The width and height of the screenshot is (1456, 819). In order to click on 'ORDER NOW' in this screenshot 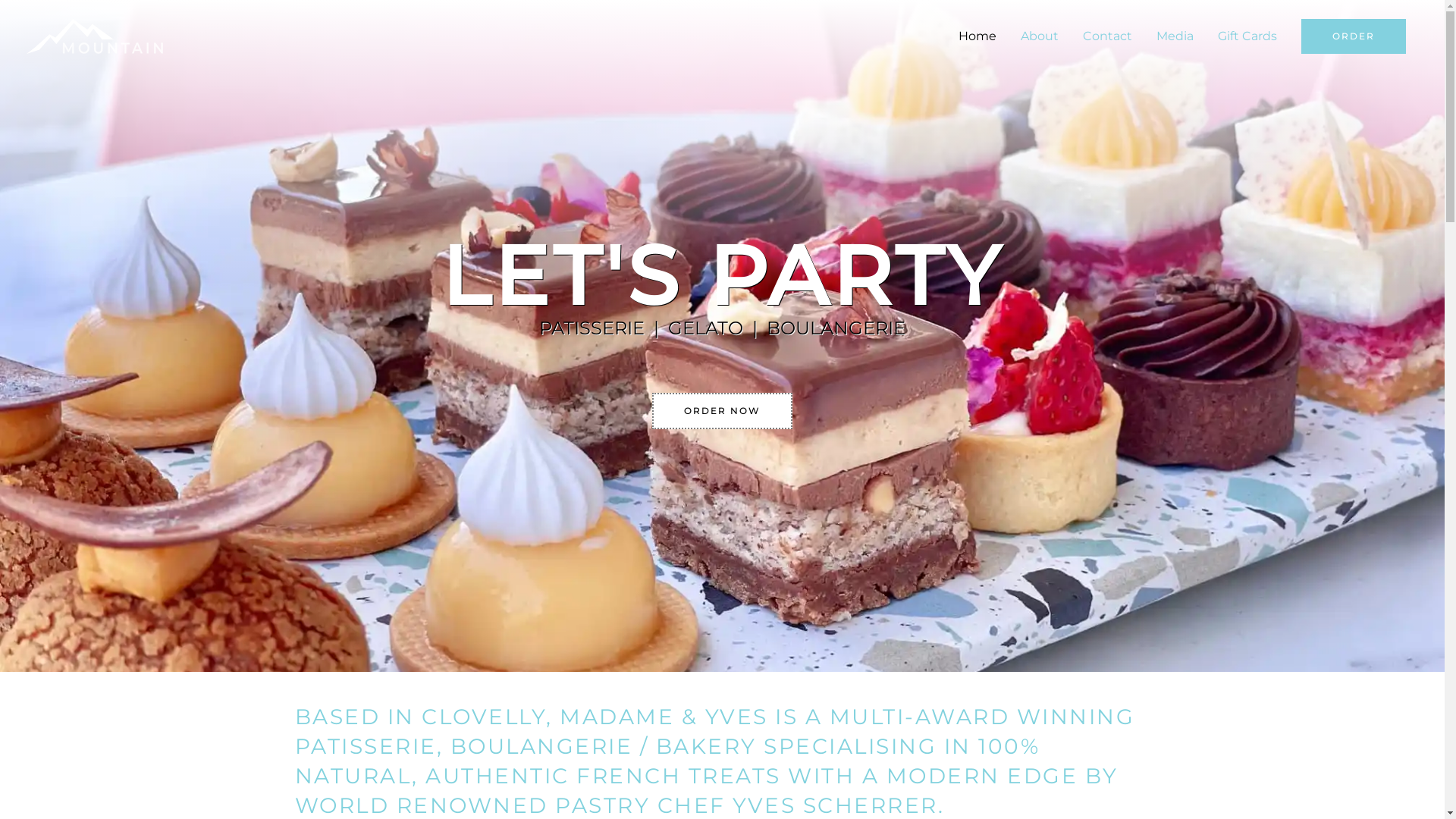, I will do `click(721, 411)`.